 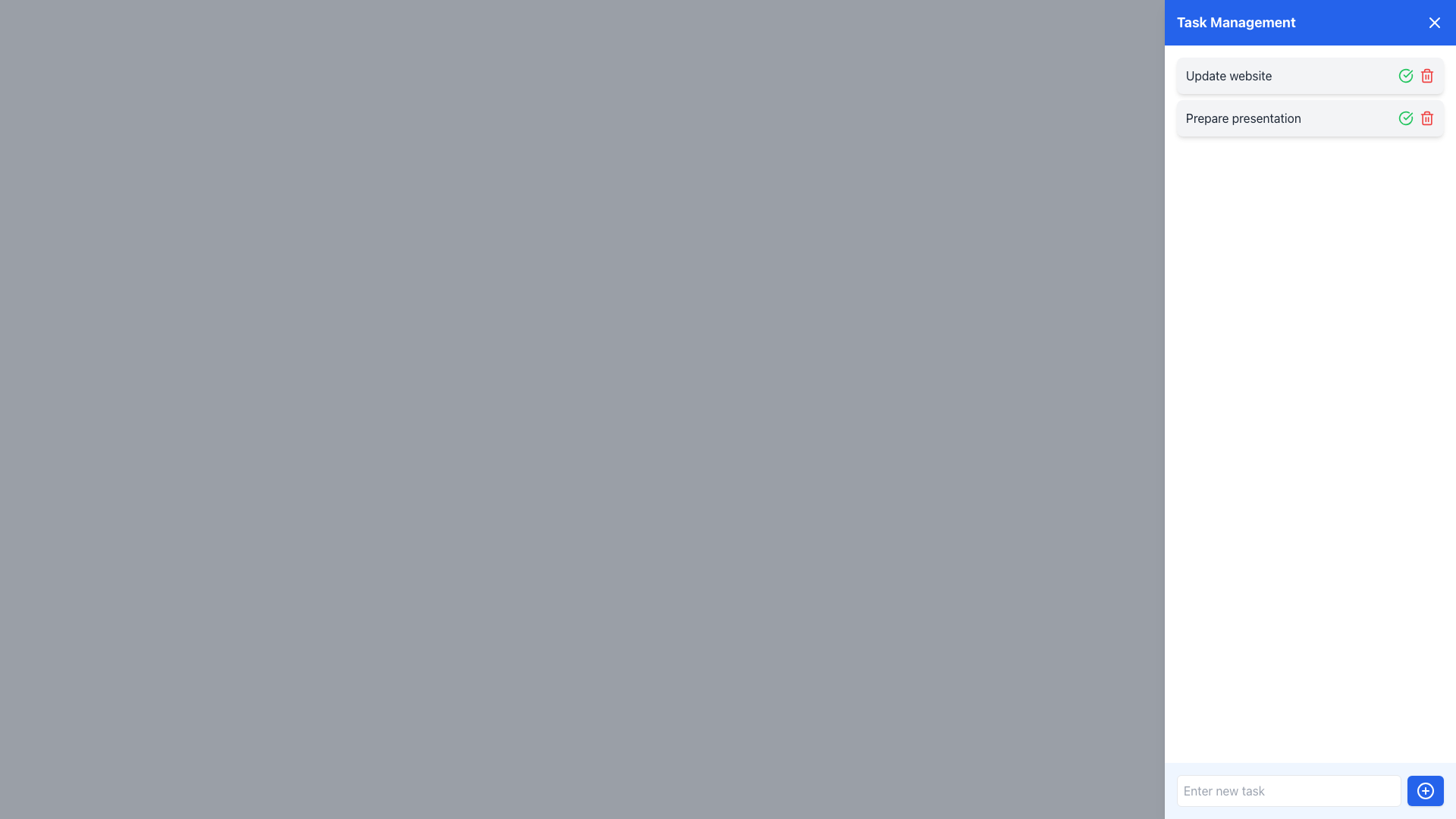 What do you see at coordinates (1425, 789) in the screenshot?
I see `the blue circular button with a plus sign located at the bottom right corner of the task management tool` at bounding box center [1425, 789].